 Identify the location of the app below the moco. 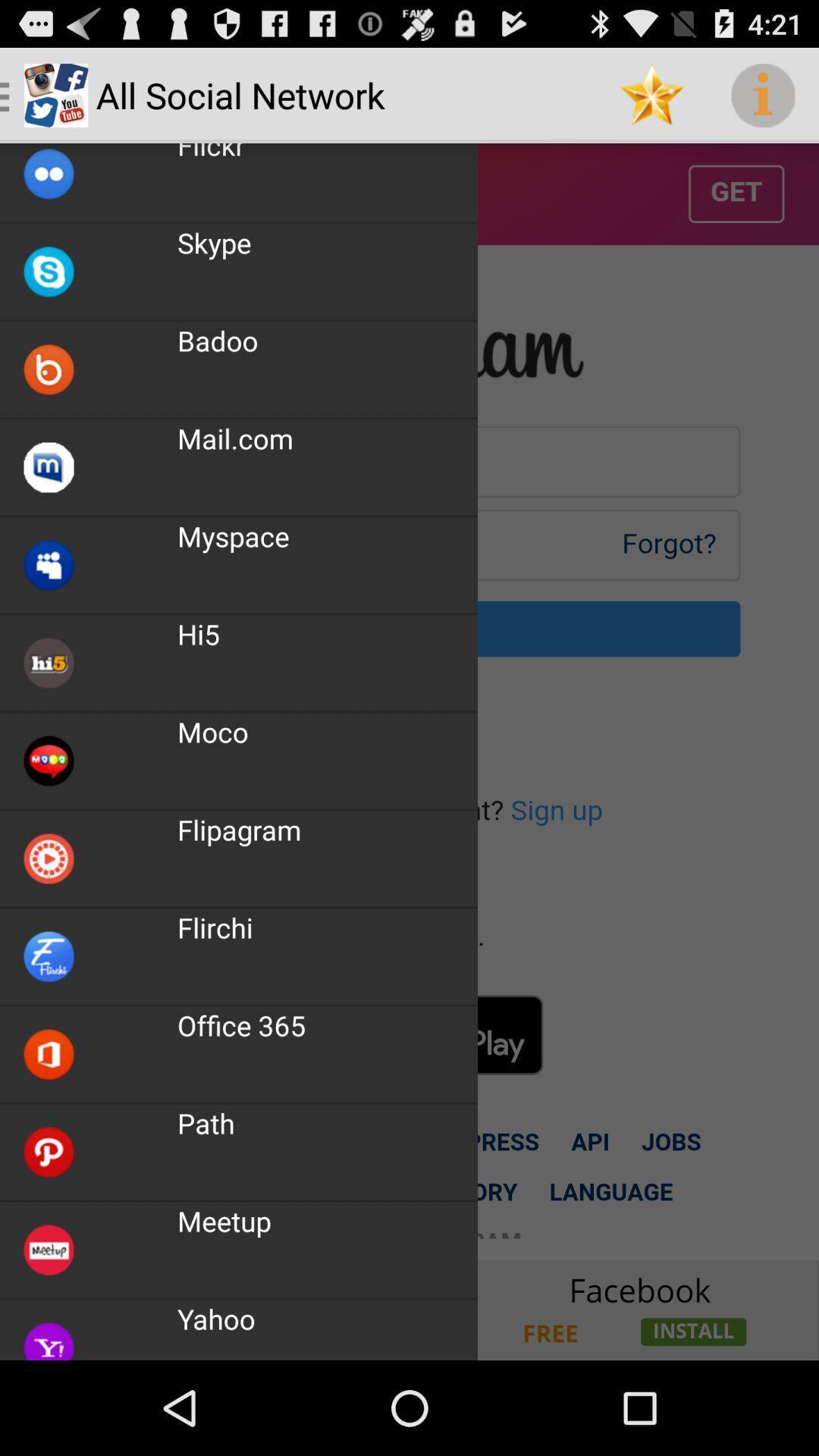
(239, 829).